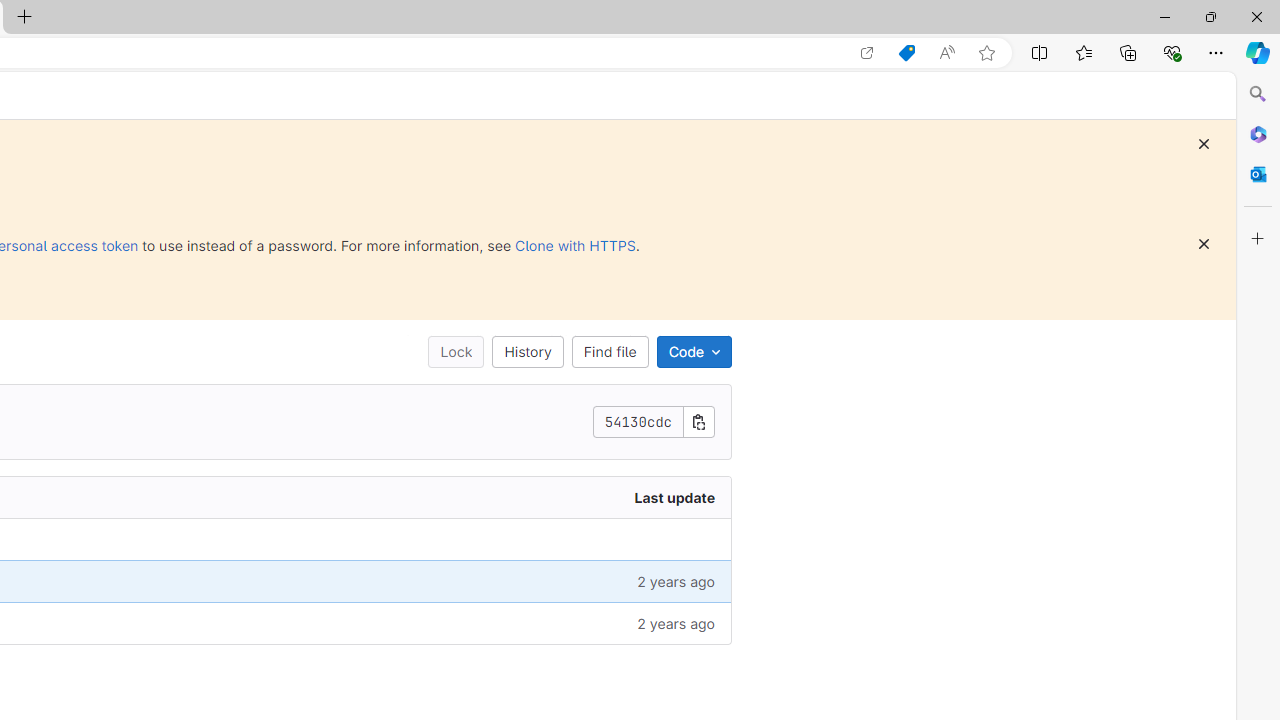  What do you see at coordinates (574, 244) in the screenshot?
I see `'Clone with HTTPS'` at bounding box center [574, 244].